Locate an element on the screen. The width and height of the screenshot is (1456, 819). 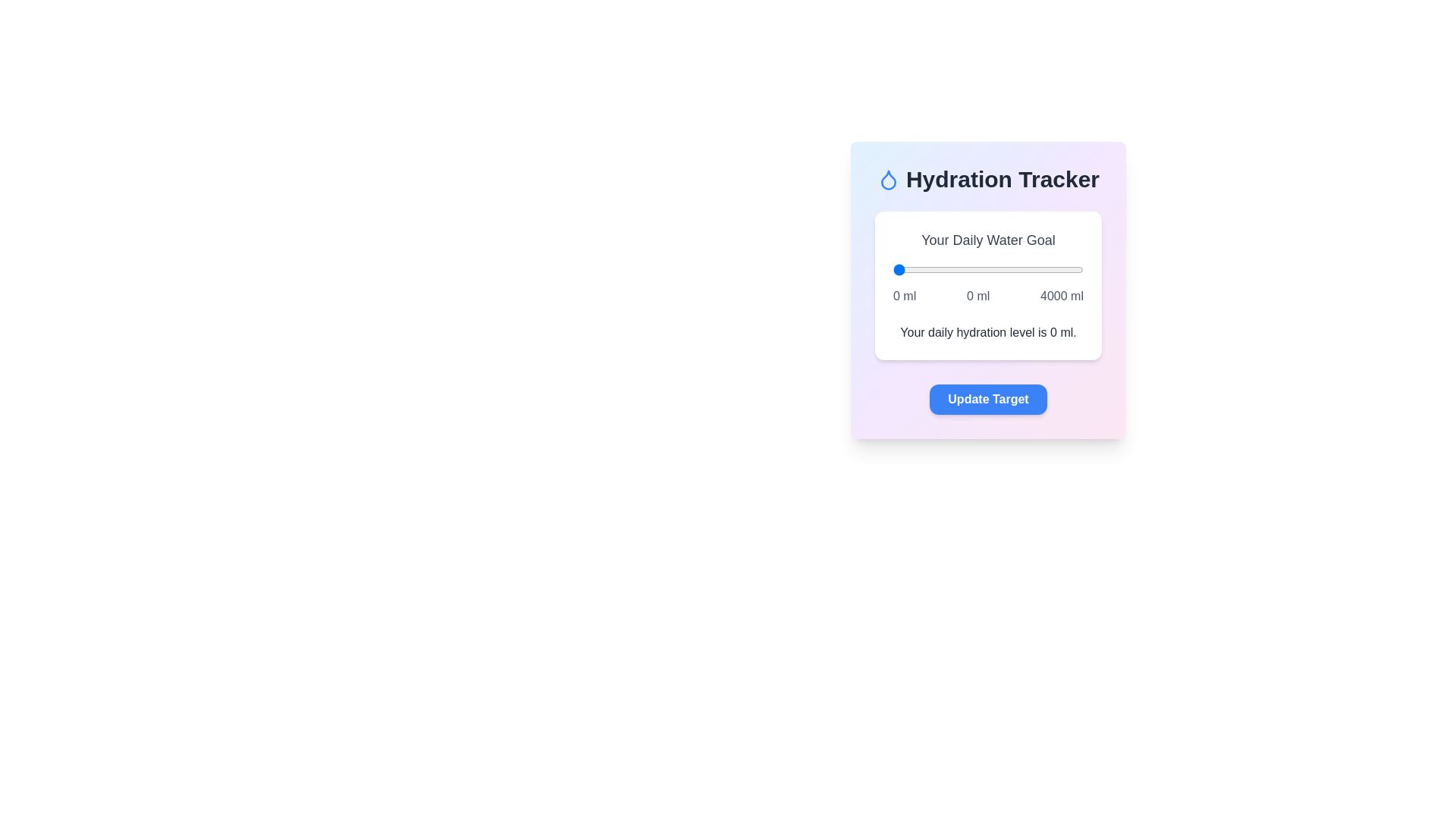
the 'Update Target' button is located at coordinates (988, 399).